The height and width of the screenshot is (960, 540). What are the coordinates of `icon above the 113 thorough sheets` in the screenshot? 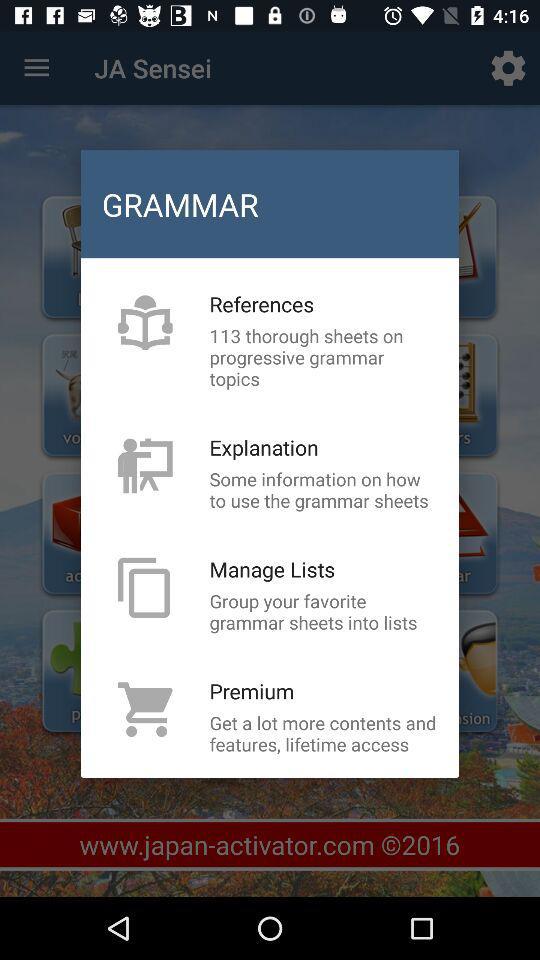 It's located at (261, 304).